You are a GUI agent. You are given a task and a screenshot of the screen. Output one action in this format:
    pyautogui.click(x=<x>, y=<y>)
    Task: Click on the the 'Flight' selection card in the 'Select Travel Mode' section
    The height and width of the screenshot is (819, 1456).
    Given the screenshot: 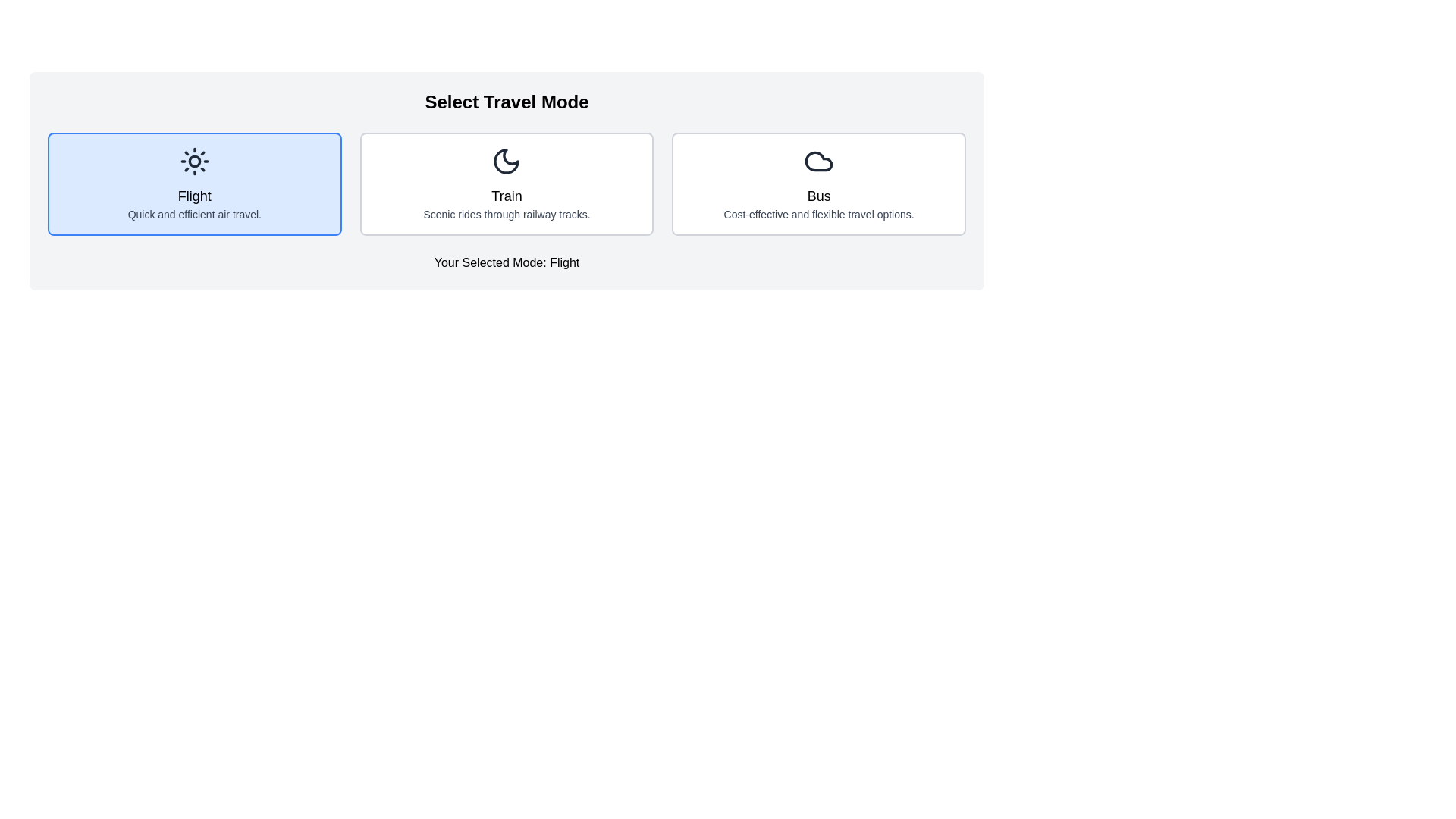 What is the action you would take?
    pyautogui.click(x=193, y=184)
    